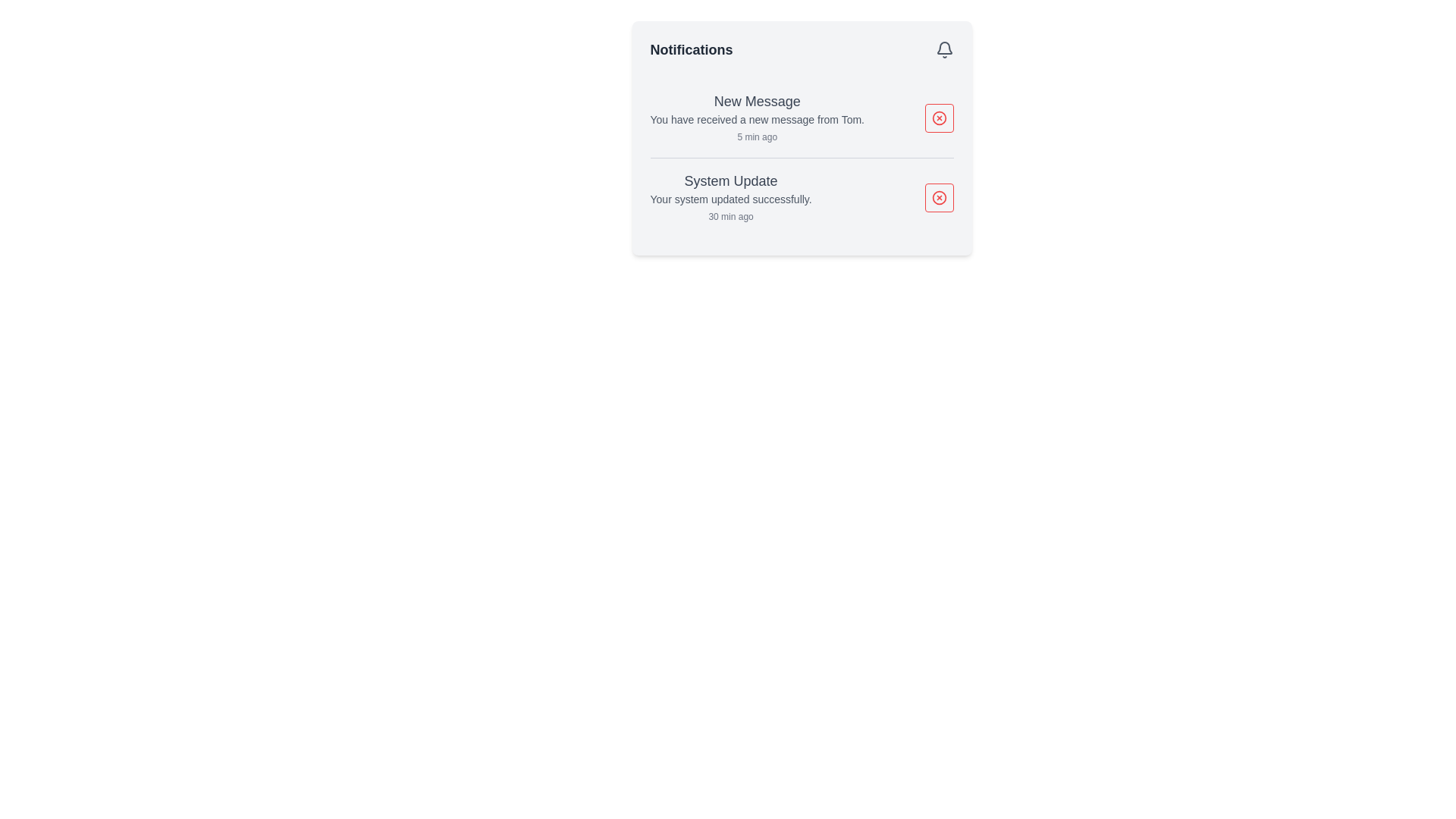  What do you see at coordinates (943, 47) in the screenshot?
I see `the gray bell icon located at the top-right corner of the notification window, above the list of notifications` at bounding box center [943, 47].